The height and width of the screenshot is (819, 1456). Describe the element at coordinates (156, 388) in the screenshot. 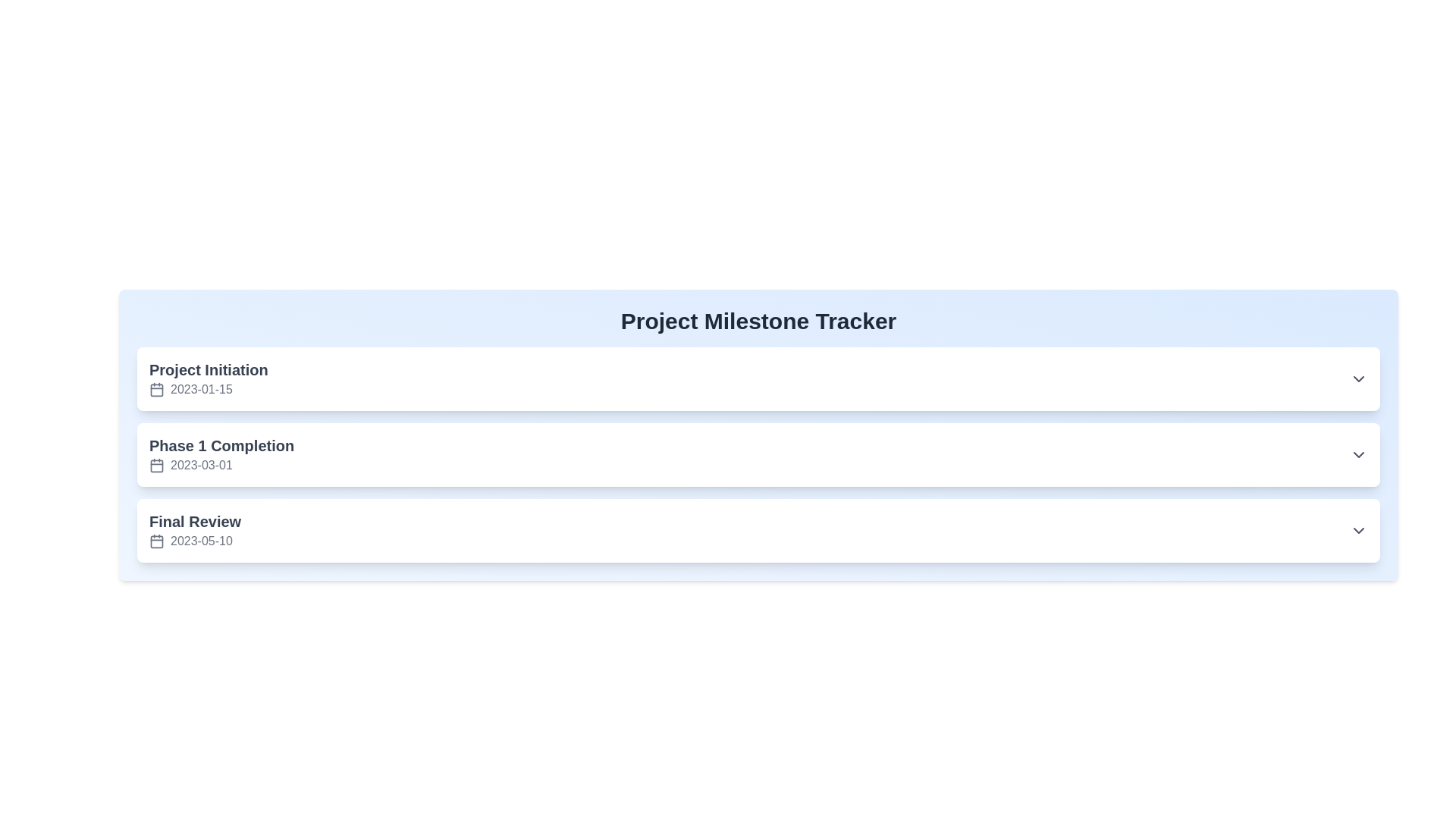

I see `the calendar icon located in the first row of date-related entries, closely aligned with the text '2023-01-15'` at that location.